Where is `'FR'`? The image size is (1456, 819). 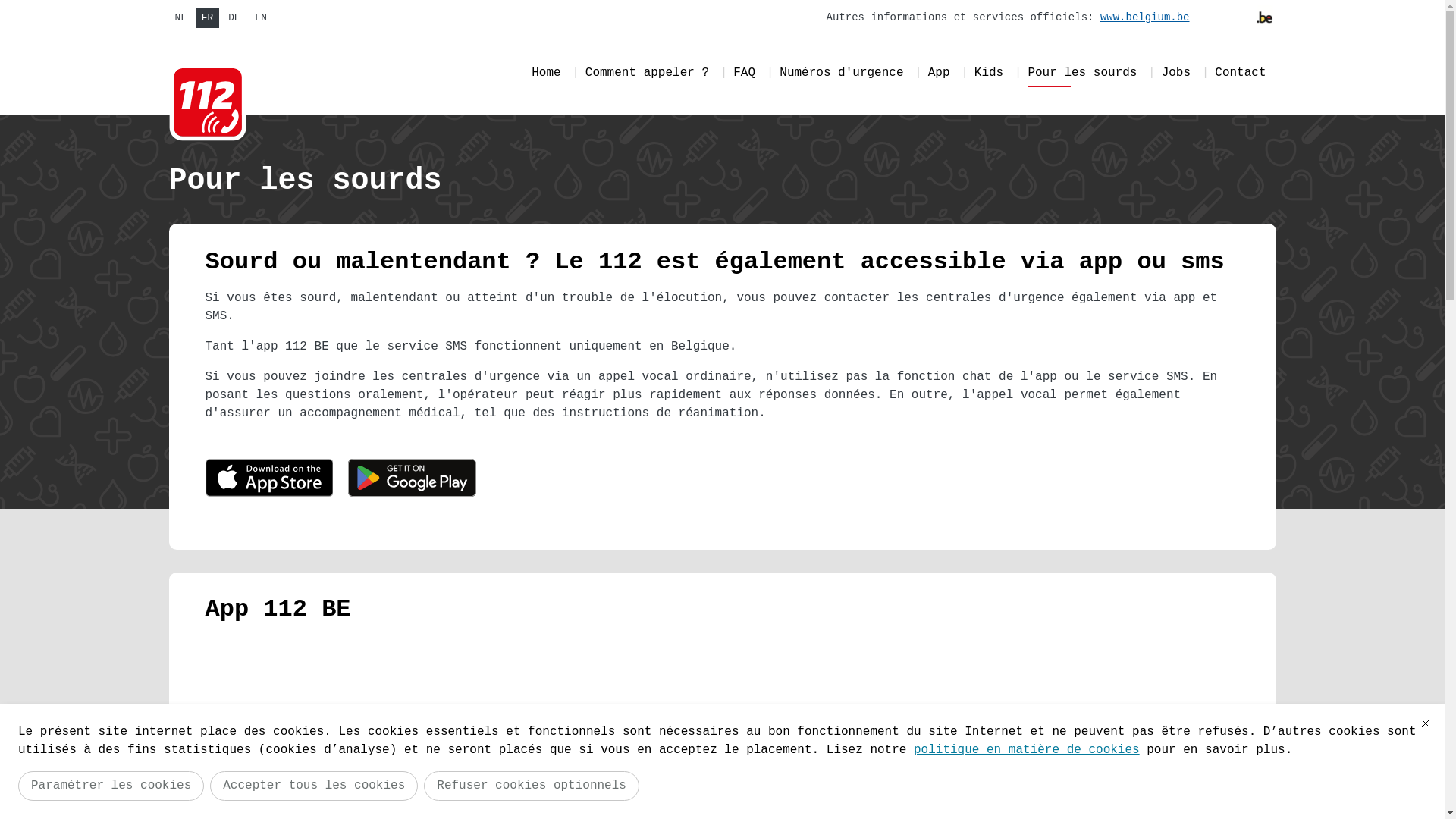 'FR' is located at coordinates (206, 17).